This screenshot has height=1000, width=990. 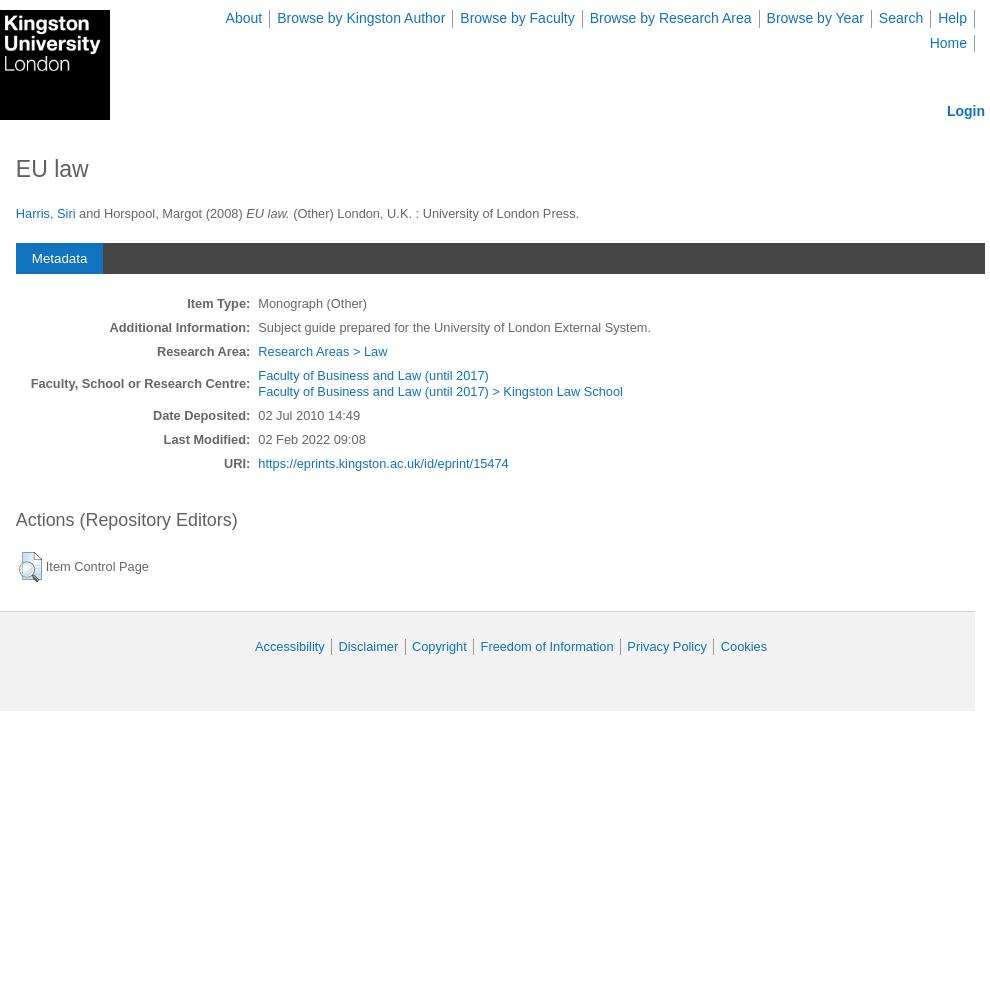 What do you see at coordinates (459, 18) in the screenshot?
I see `'Browse by Faculty'` at bounding box center [459, 18].